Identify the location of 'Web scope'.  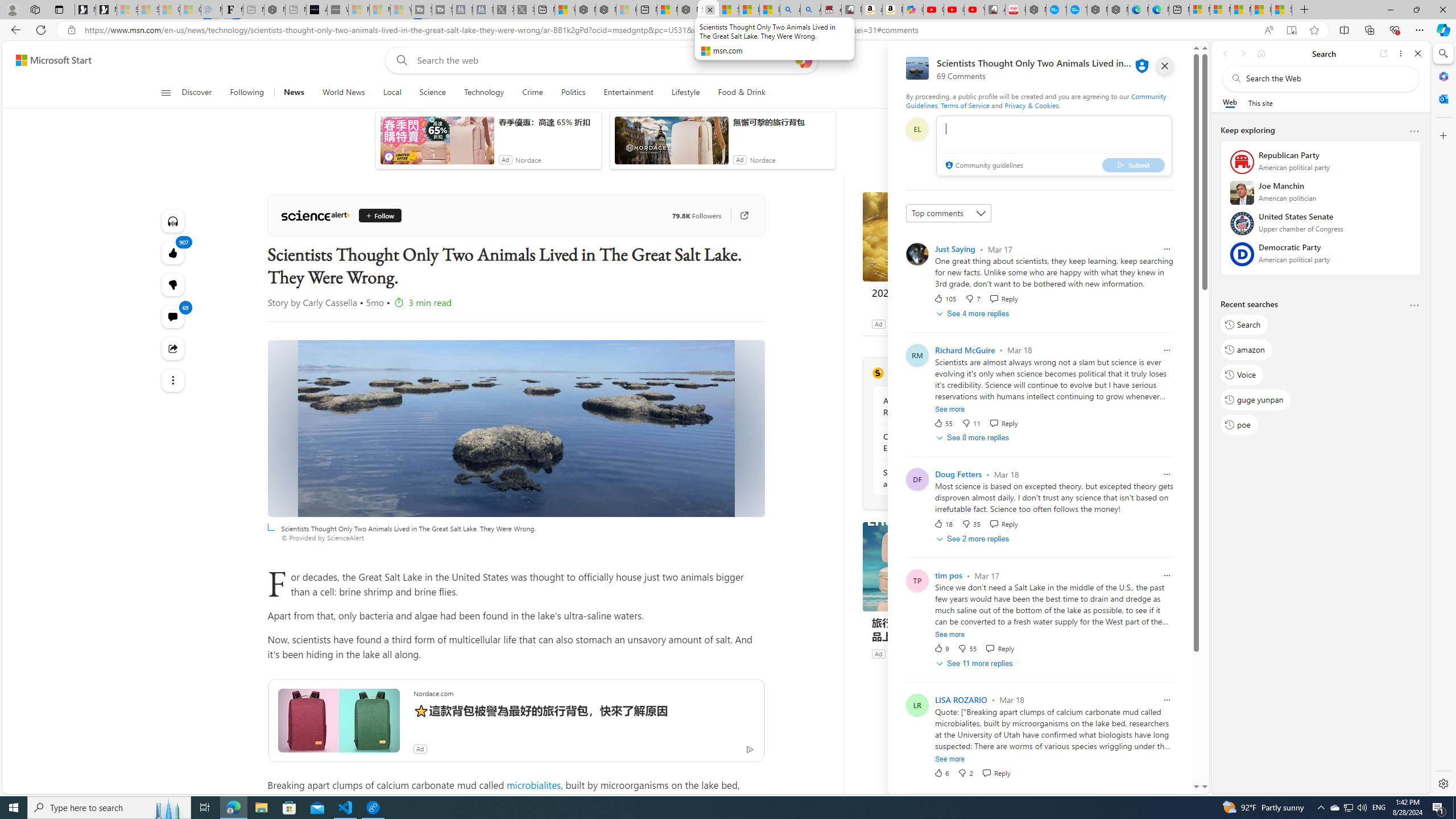
(1230, 102).